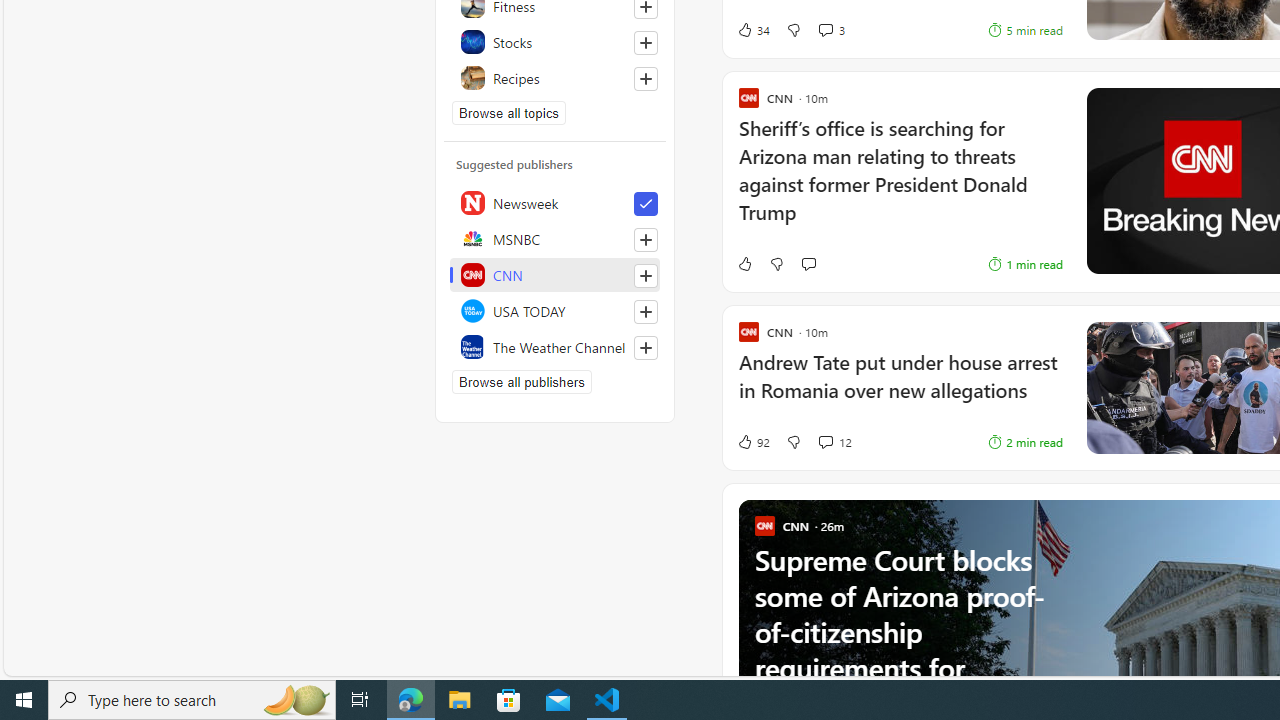 Image resolution: width=1280 pixels, height=720 pixels. I want to click on 'Browse all topics', so click(509, 113).